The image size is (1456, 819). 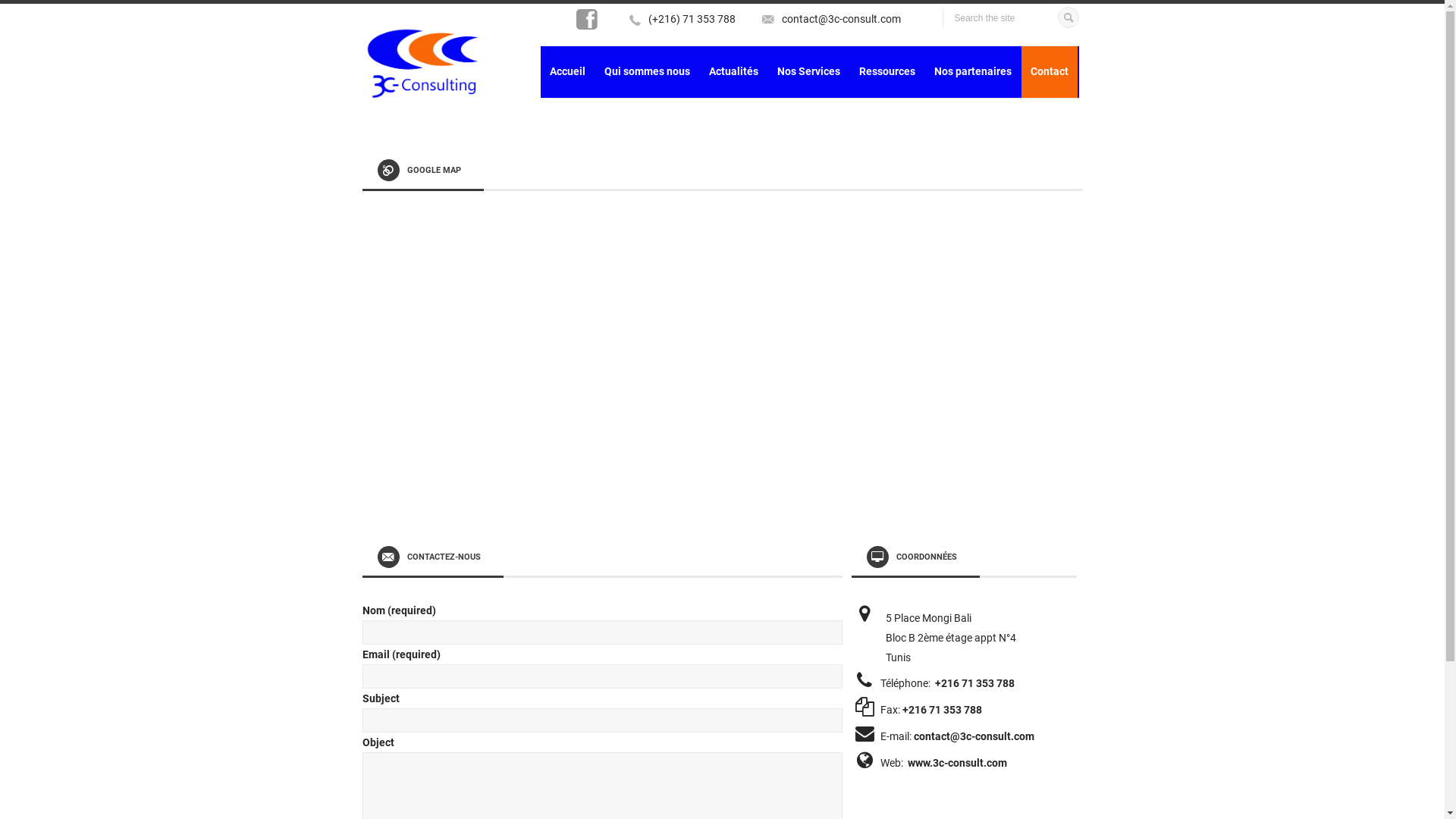 What do you see at coordinates (646, 72) in the screenshot?
I see `'Qui sommes nous'` at bounding box center [646, 72].